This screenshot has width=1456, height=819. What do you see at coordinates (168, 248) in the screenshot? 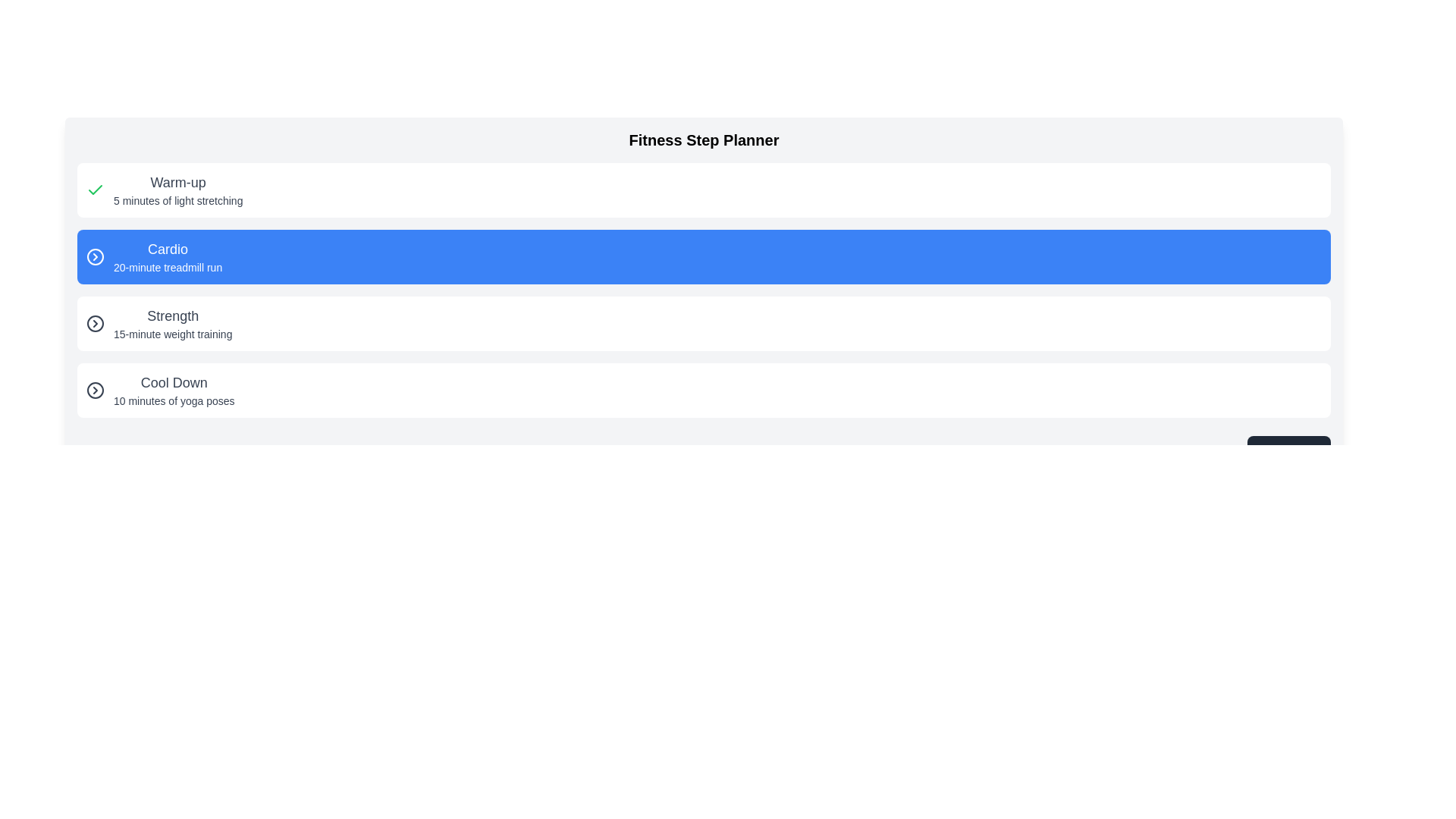
I see `the text label displaying 'Cardio' in bold font with a blue background, located above the '20-minute treadmill run' text` at bounding box center [168, 248].